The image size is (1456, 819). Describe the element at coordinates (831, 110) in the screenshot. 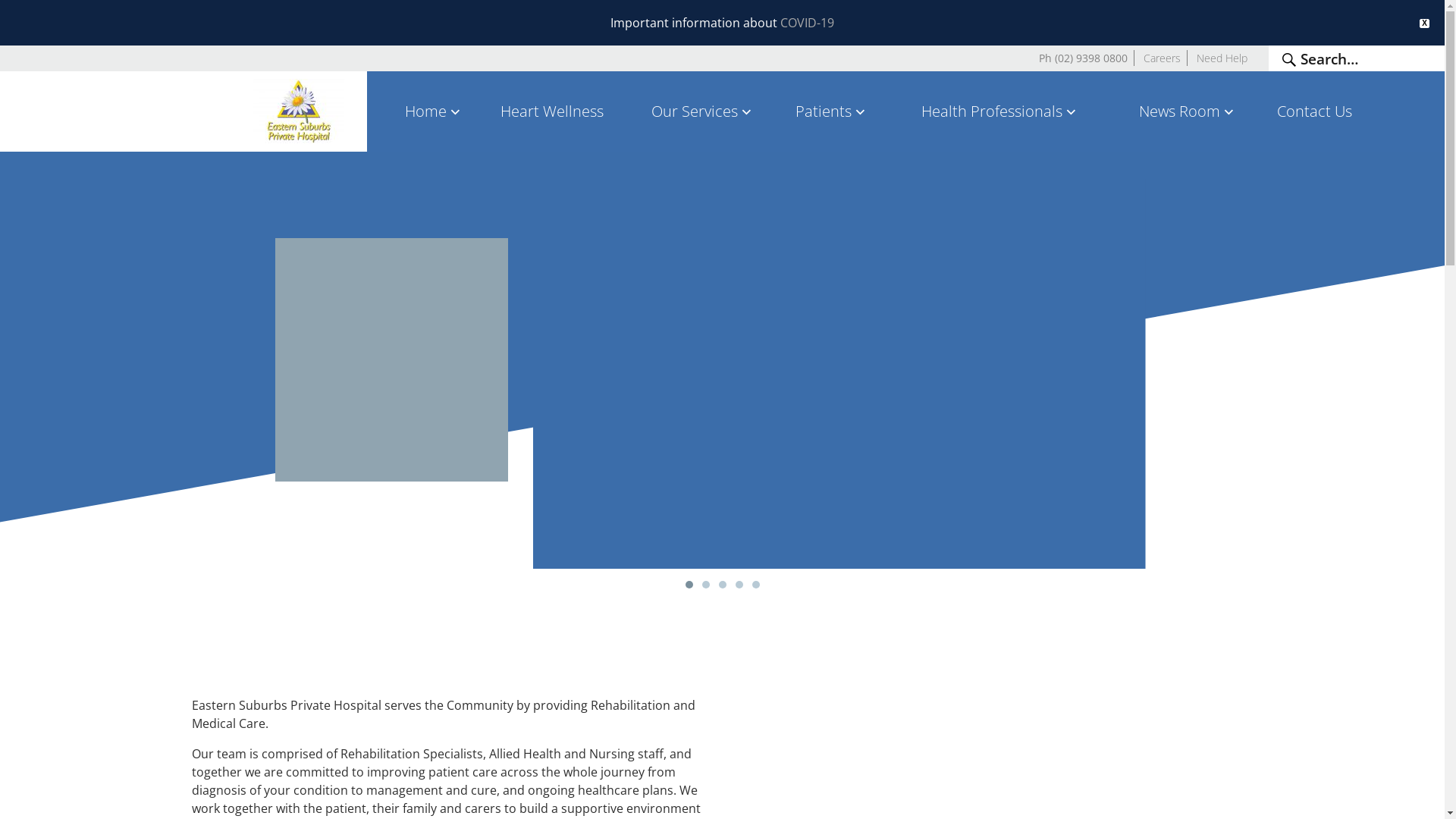

I see `'Patients'` at that location.